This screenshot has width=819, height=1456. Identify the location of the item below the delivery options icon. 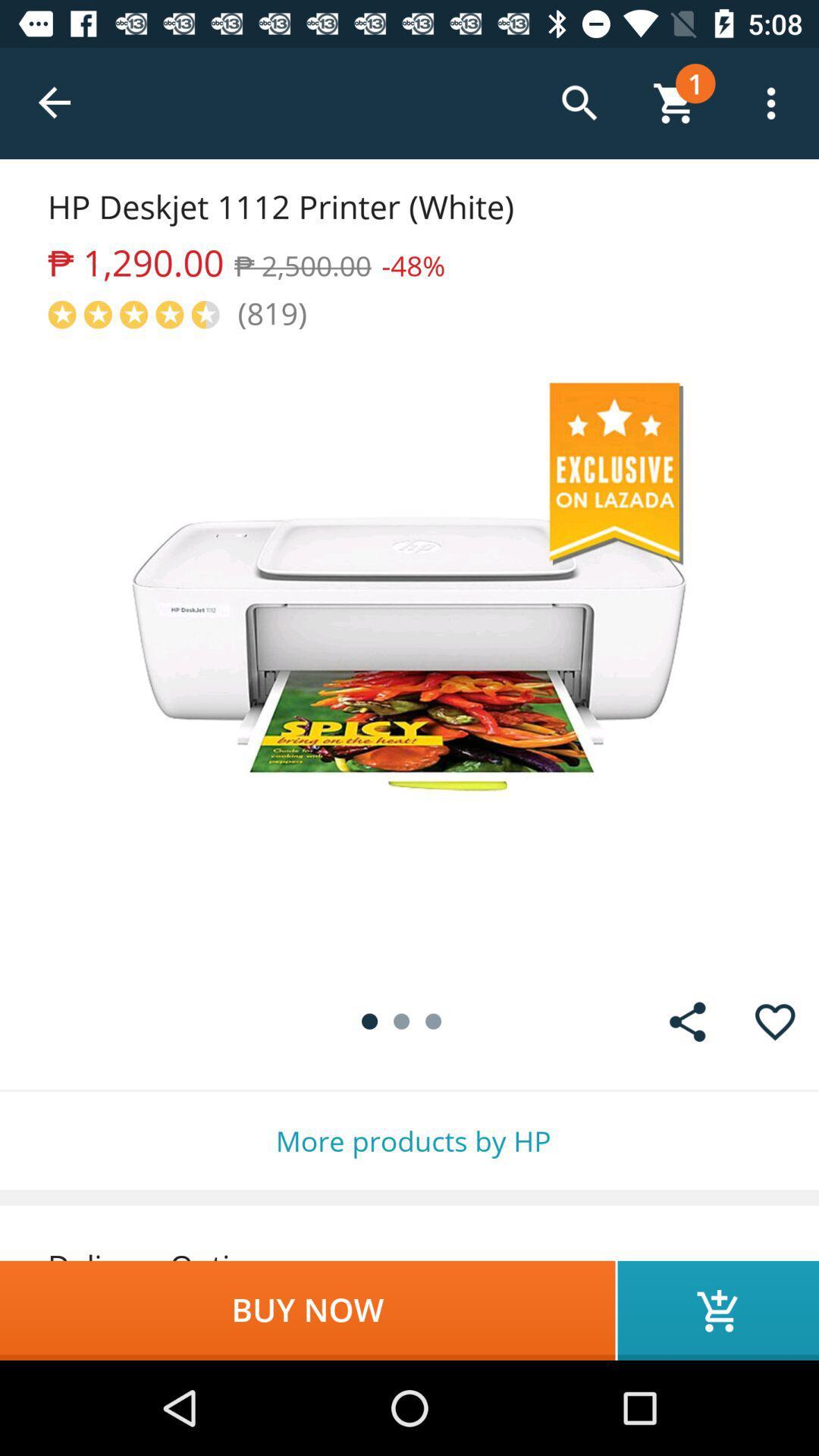
(307, 1310).